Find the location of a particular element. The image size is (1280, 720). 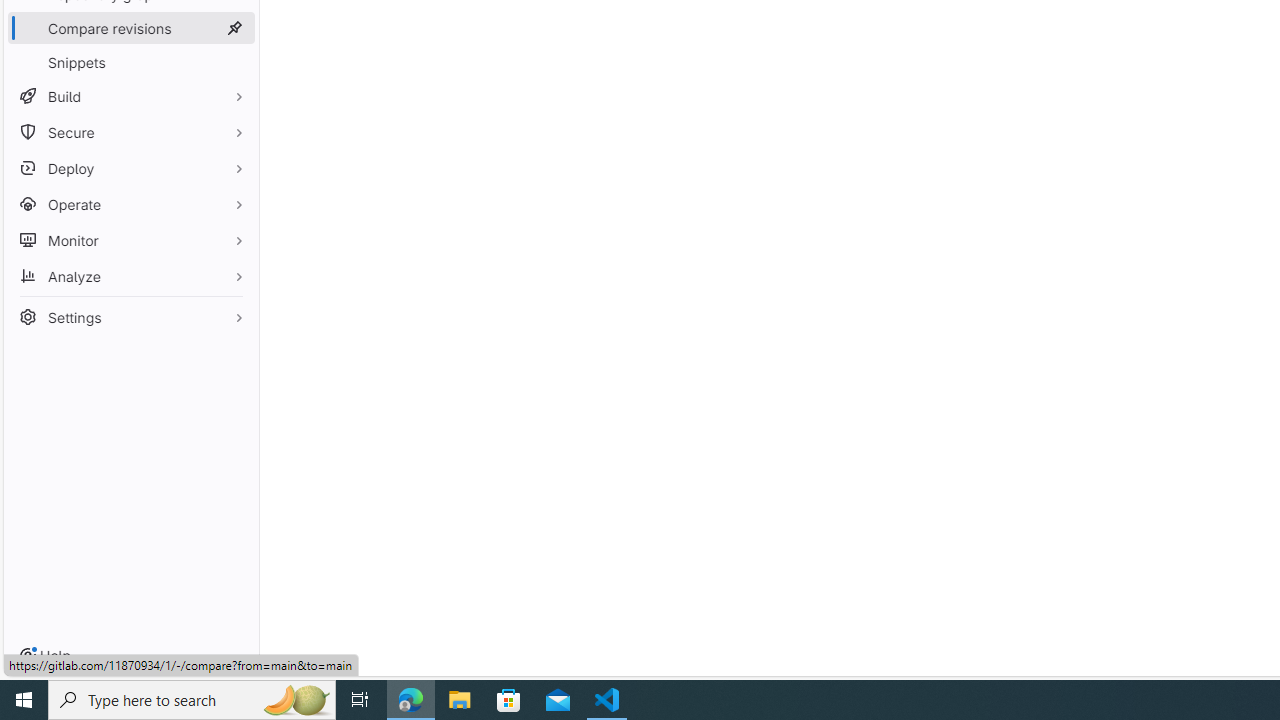

'Compare revisions' is located at coordinates (130, 28).